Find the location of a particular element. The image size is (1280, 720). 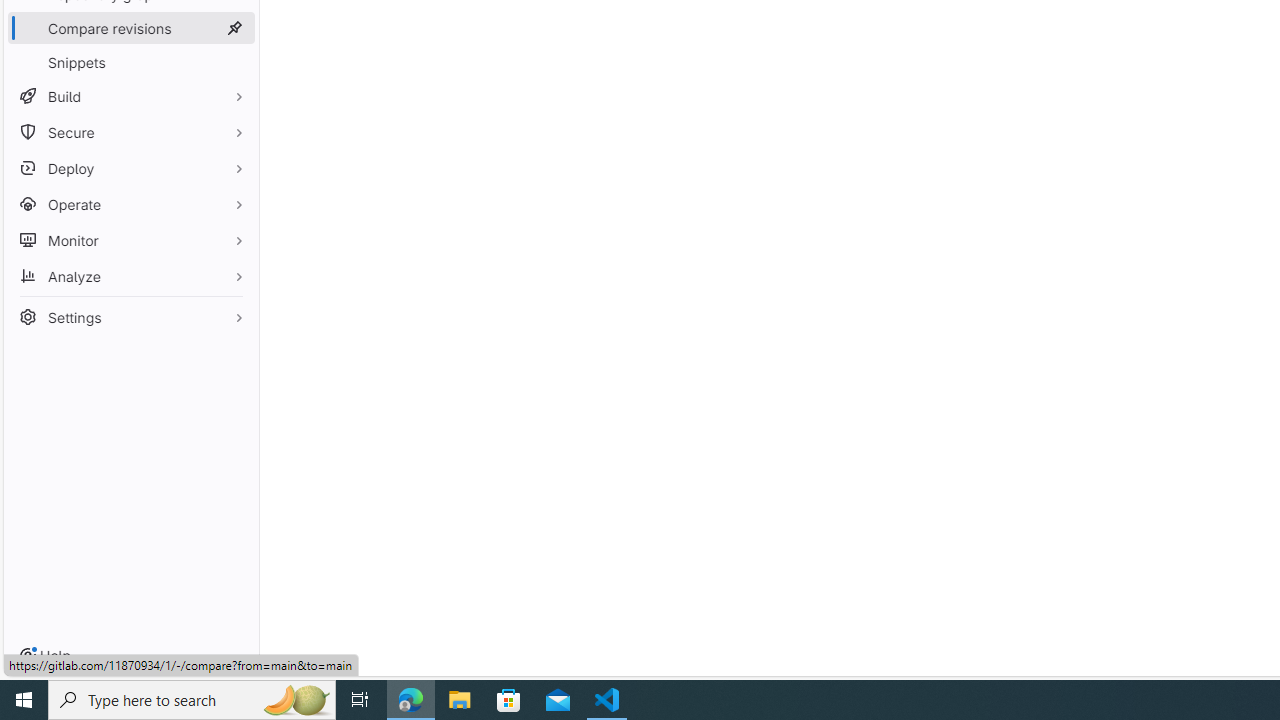

'Compare revisions' is located at coordinates (130, 28).